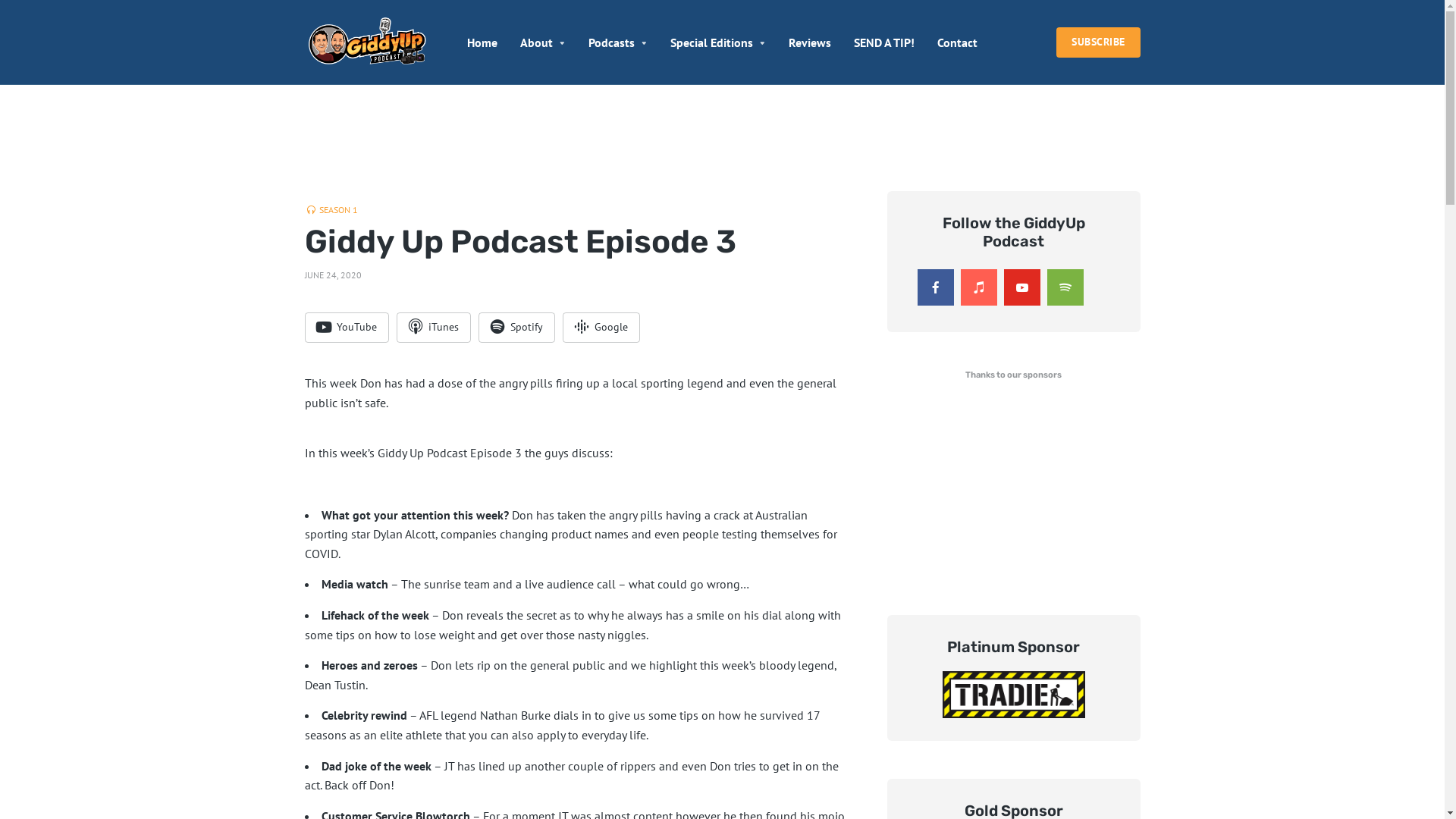 The image size is (1456, 819). Describe the element at coordinates (789, 42) in the screenshot. I see `'Reviews'` at that location.